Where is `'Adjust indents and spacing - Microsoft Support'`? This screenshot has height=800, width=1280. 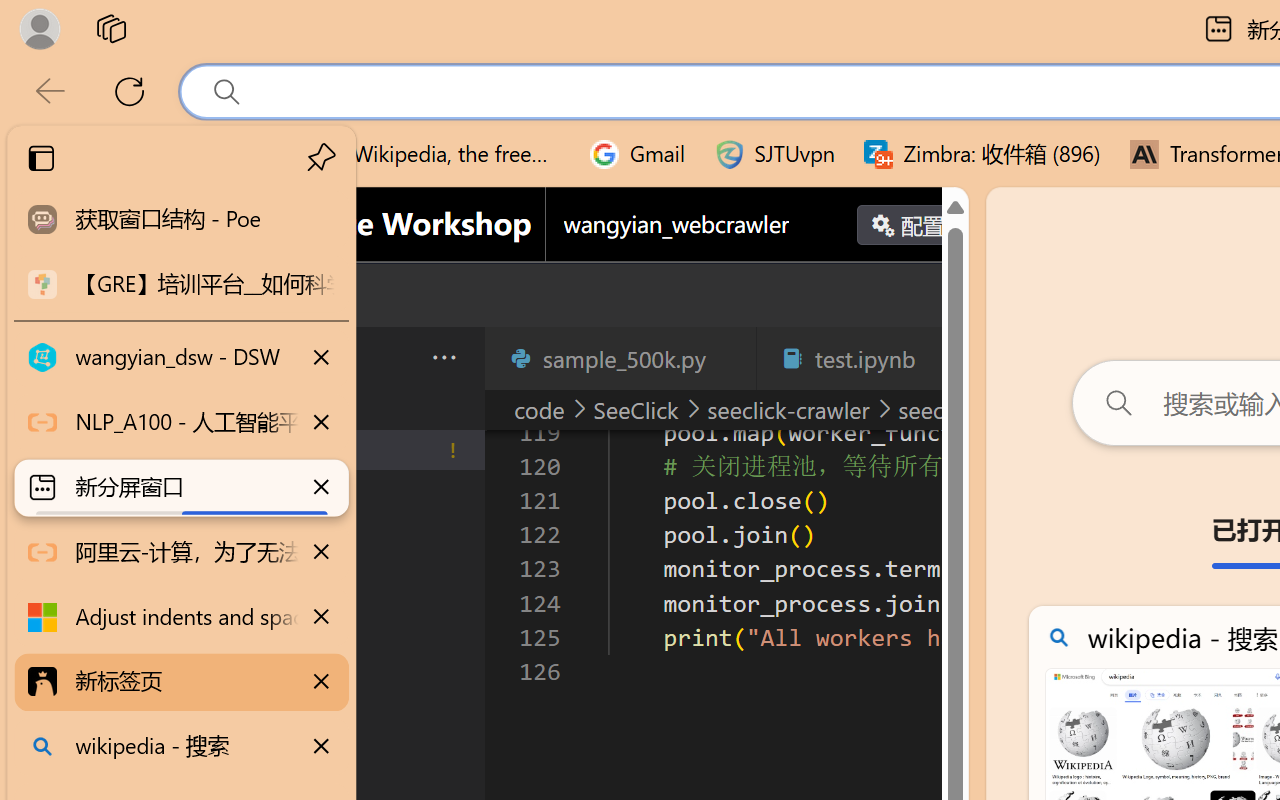
'Adjust indents and spacing - Microsoft Support' is located at coordinates (181, 617).